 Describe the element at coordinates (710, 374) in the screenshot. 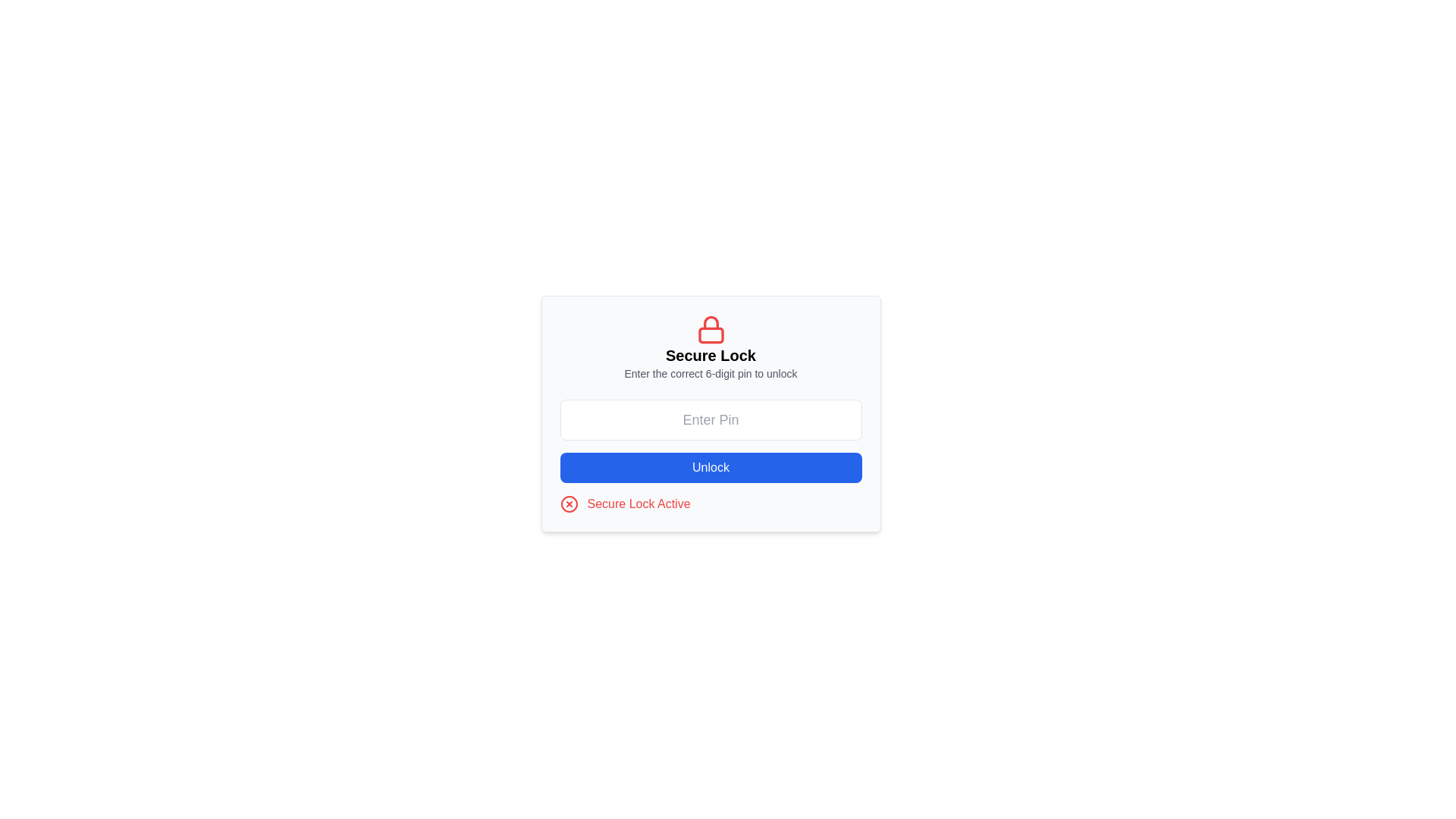

I see `the text label that reads 'Enter the correct 6-digit pin to unlock'` at that location.